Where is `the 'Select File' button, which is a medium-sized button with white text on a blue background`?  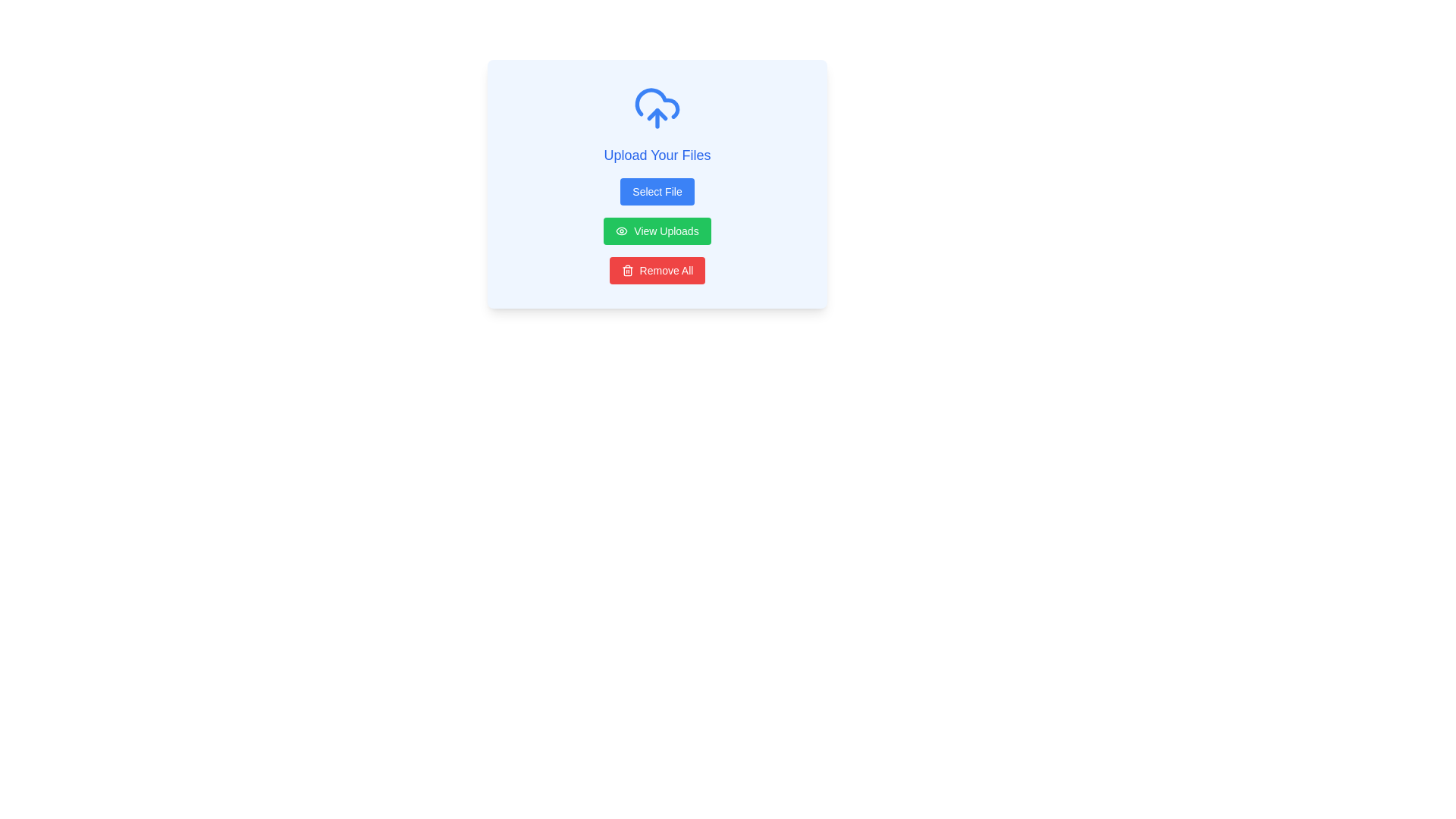 the 'Select File' button, which is a medium-sized button with white text on a blue background is located at coordinates (657, 191).